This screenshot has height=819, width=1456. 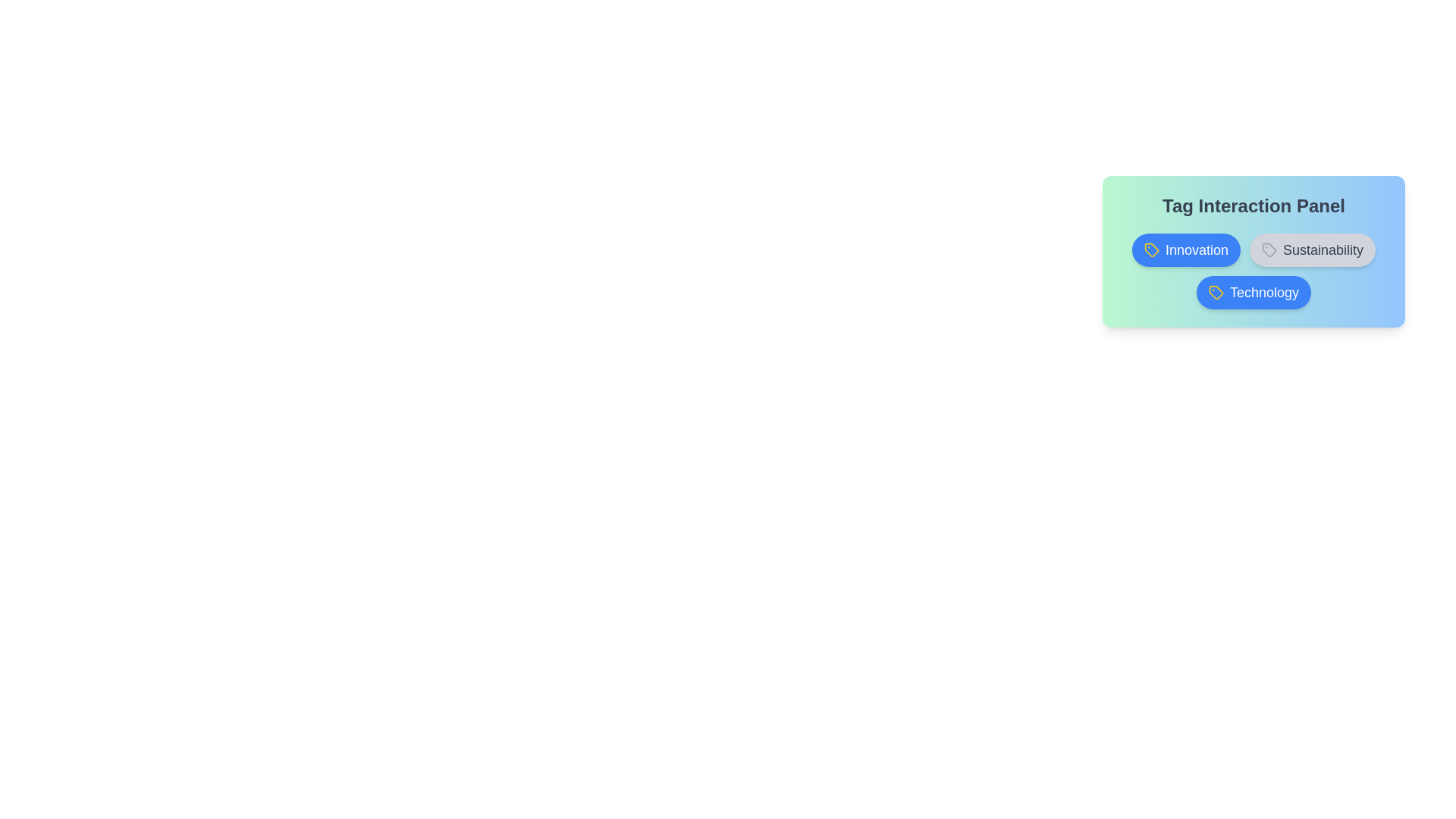 I want to click on the tag button labeled 'Technology' to toggle its activation status, so click(x=1254, y=292).